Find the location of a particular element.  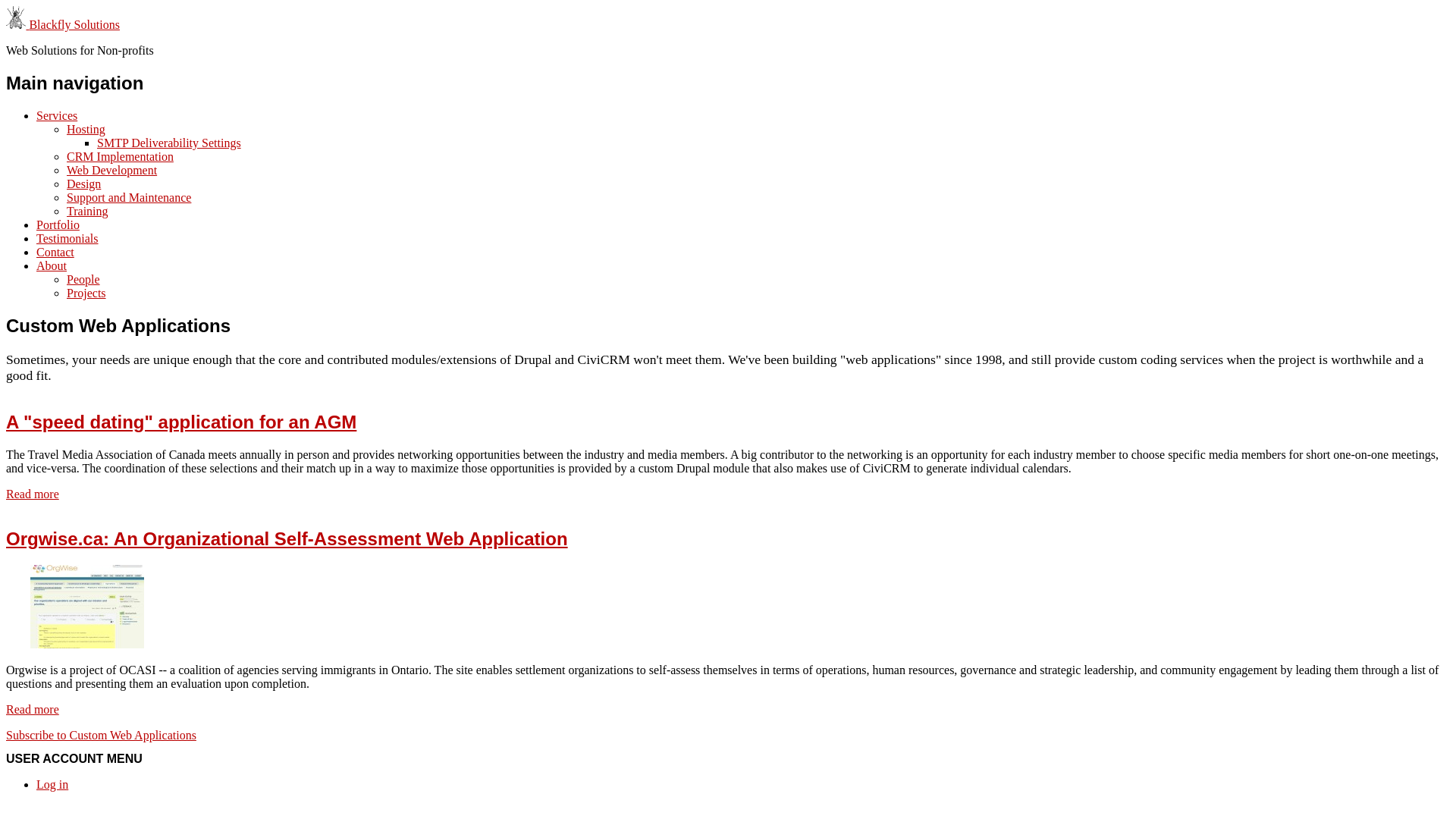

'Log in' is located at coordinates (52, 784).